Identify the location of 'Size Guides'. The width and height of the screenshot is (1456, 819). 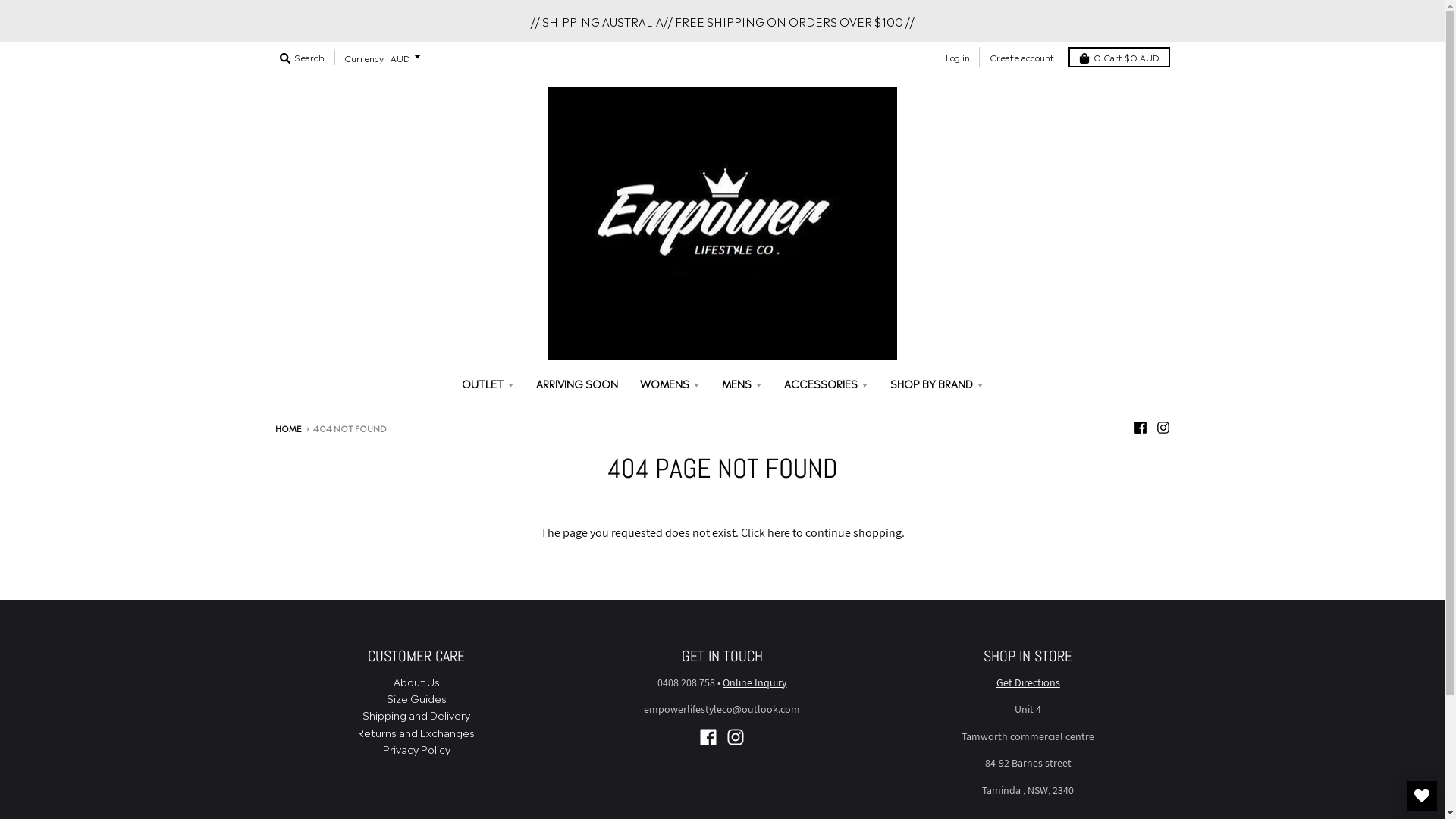
(416, 698).